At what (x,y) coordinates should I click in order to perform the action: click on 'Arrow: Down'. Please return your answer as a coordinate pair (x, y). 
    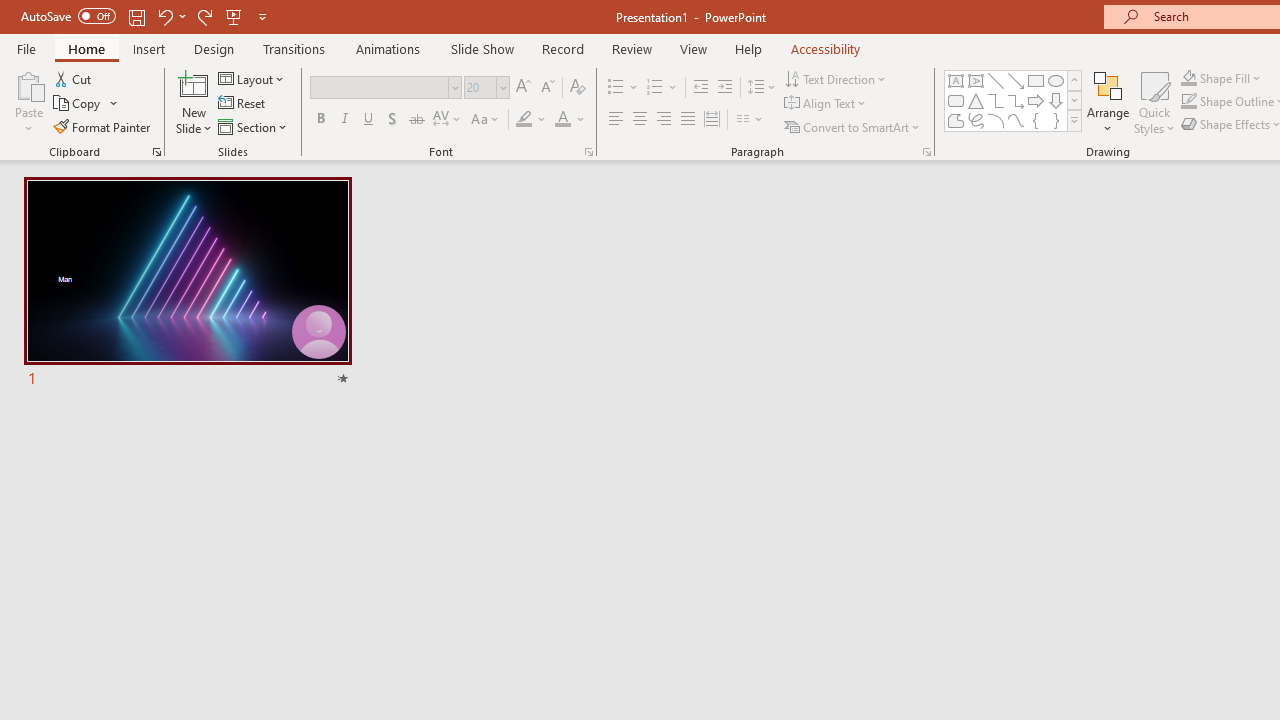
    Looking at the image, I should click on (1055, 100).